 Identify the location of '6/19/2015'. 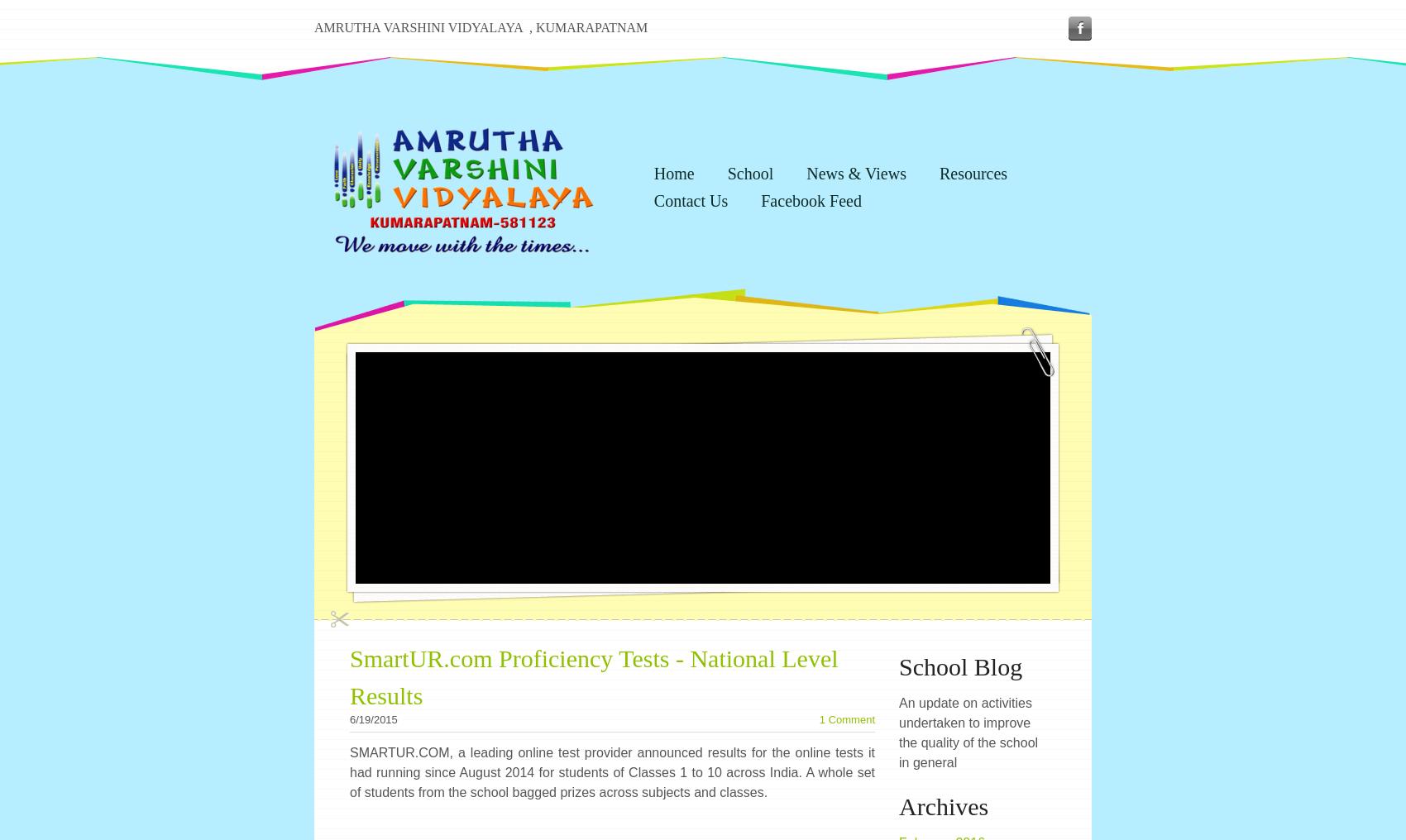
(373, 719).